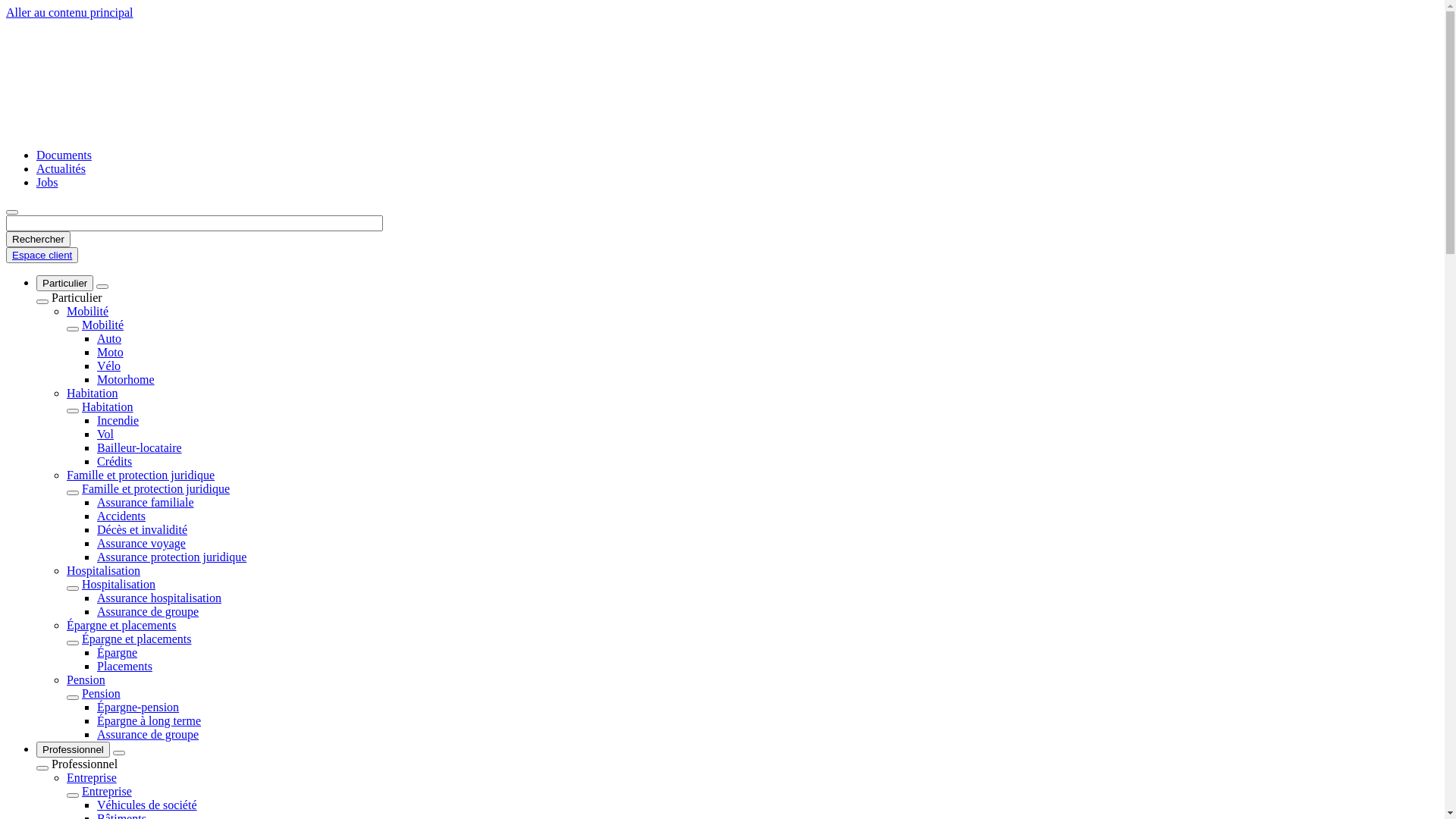  What do you see at coordinates (81, 693) in the screenshot?
I see `'Pension'` at bounding box center [81, 693].